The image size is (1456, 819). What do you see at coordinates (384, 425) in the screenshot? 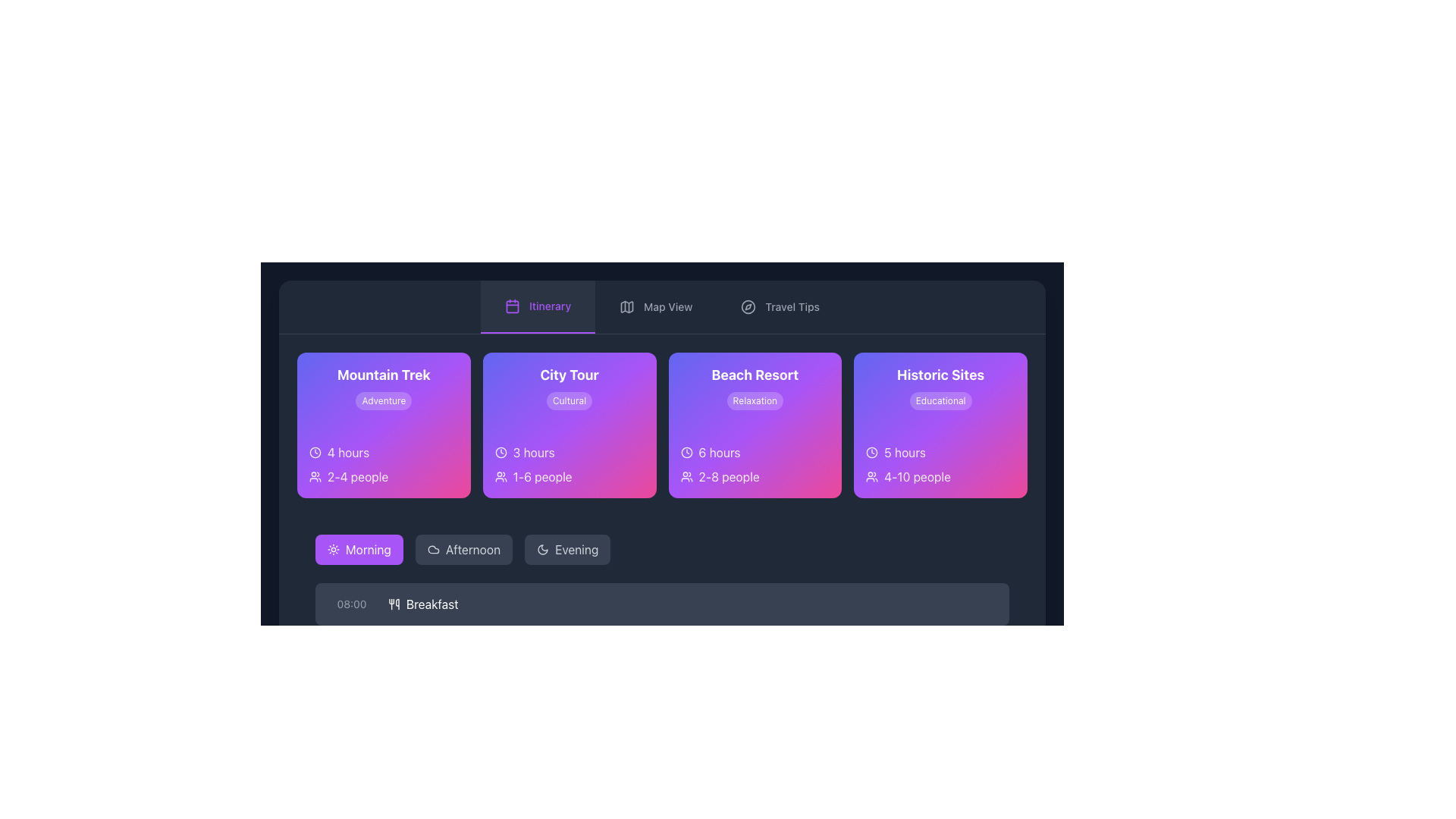
I see `the first activity card in the itinerary planner` at bounding box center [384, 425].